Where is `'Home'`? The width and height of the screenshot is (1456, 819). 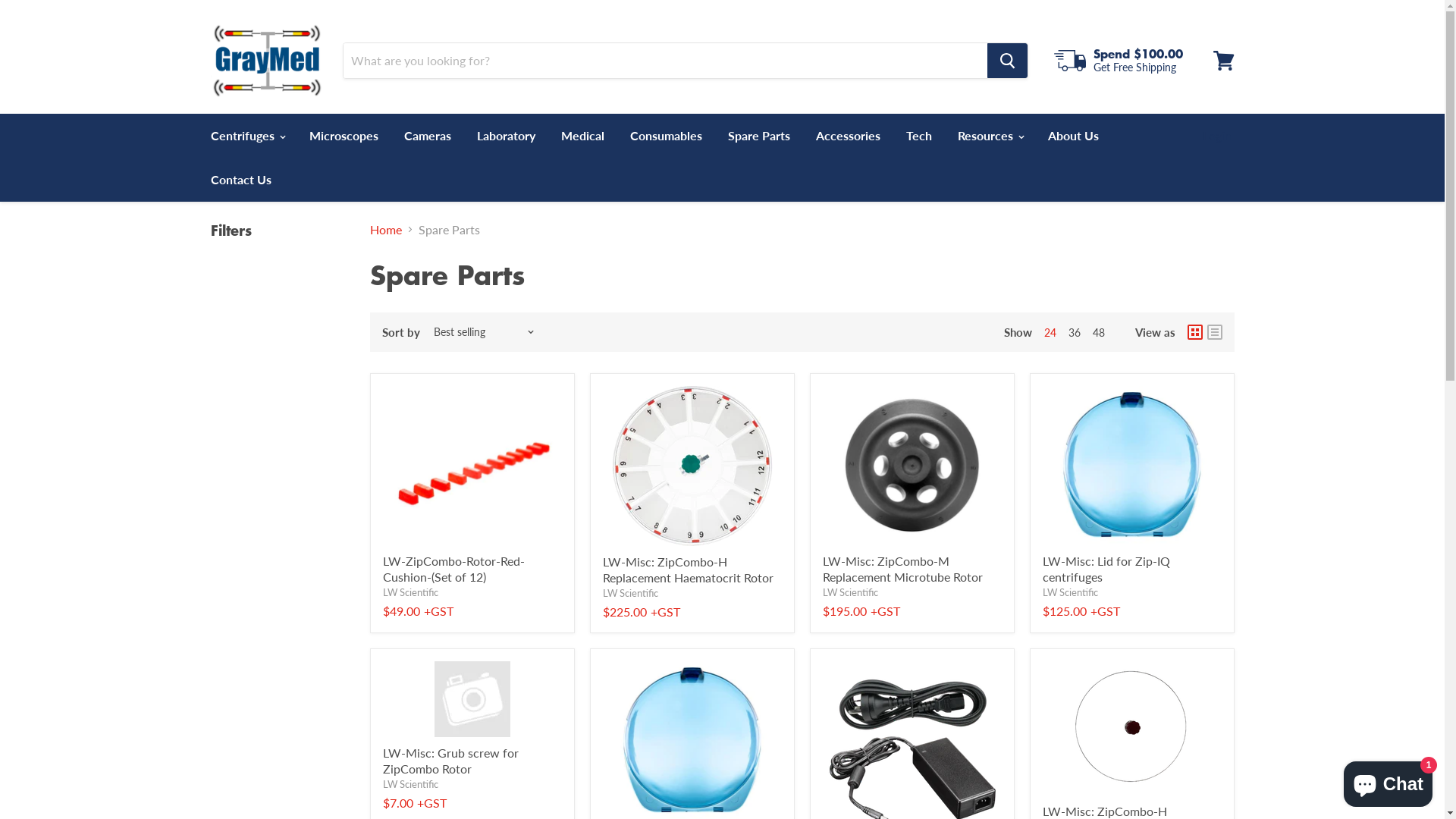 'Home' is located at coordinates (385, 230).